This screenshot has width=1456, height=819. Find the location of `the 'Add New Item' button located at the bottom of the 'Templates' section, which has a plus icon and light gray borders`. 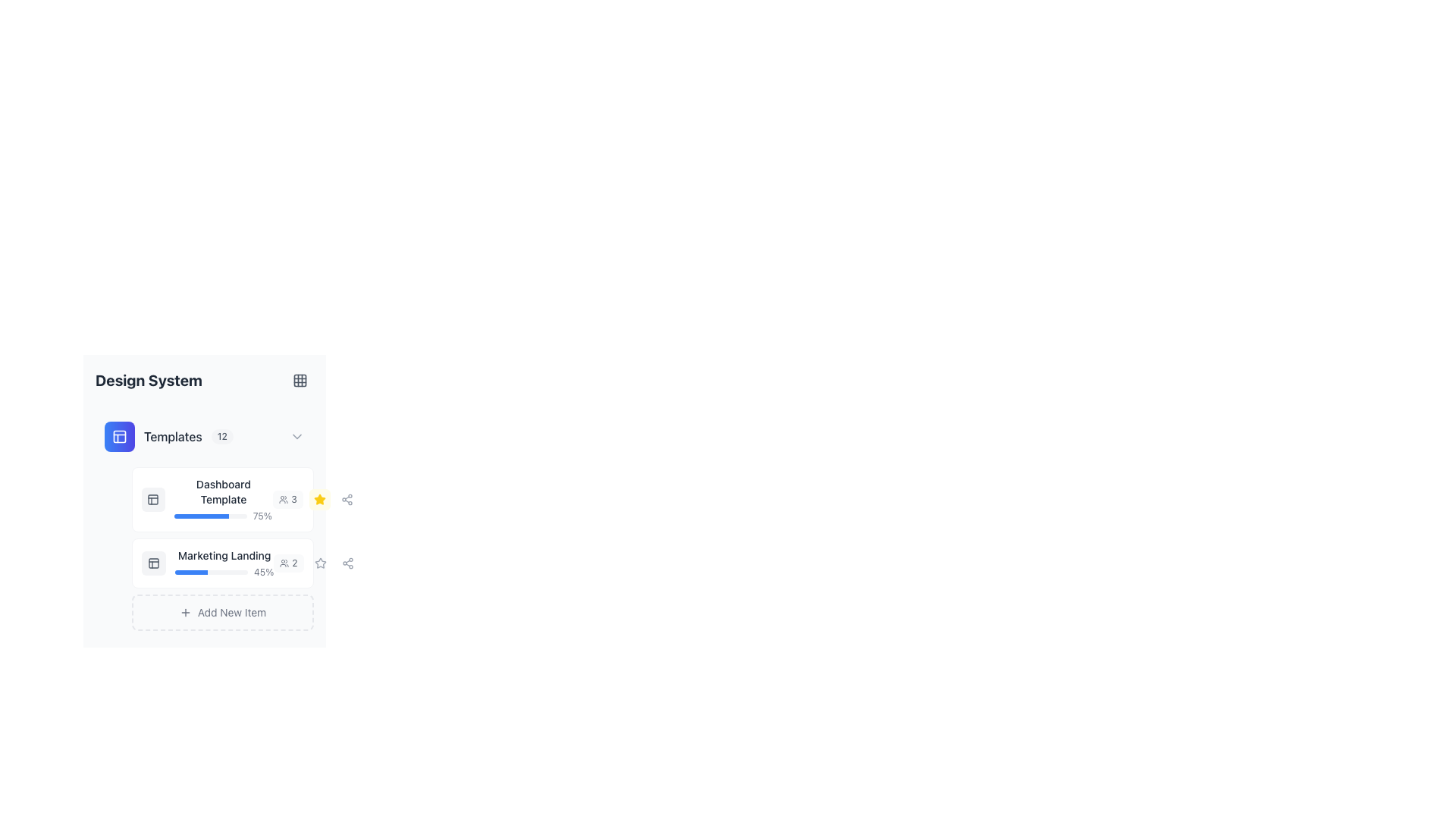

the 'Add New Item' button located at the bottom of the 'Templates' section, which has a plus icon and light gray borders is located at coordinates (221, 611).